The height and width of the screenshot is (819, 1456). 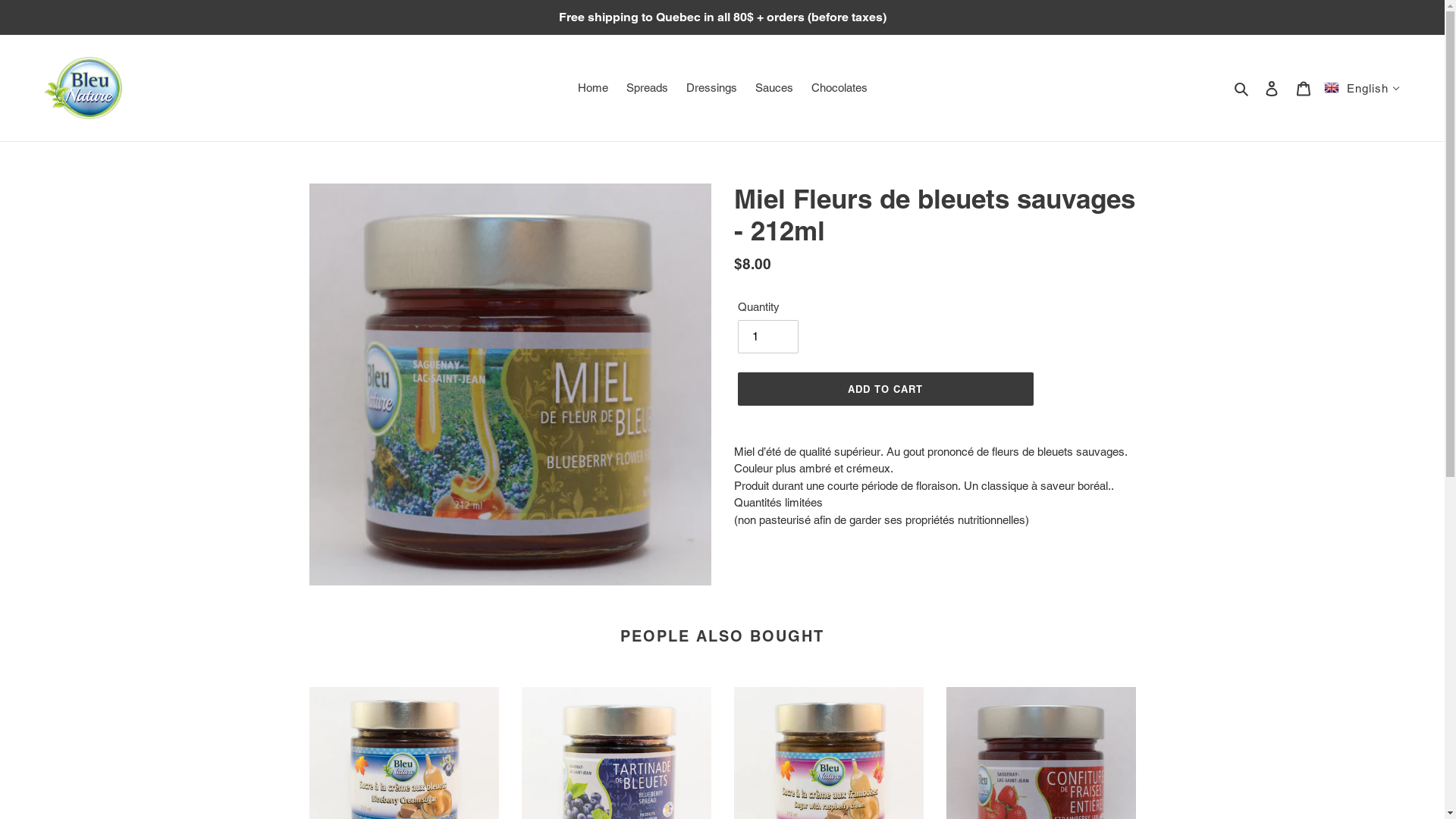 I want to click on 'Sauces', so click(x=774, y=88).